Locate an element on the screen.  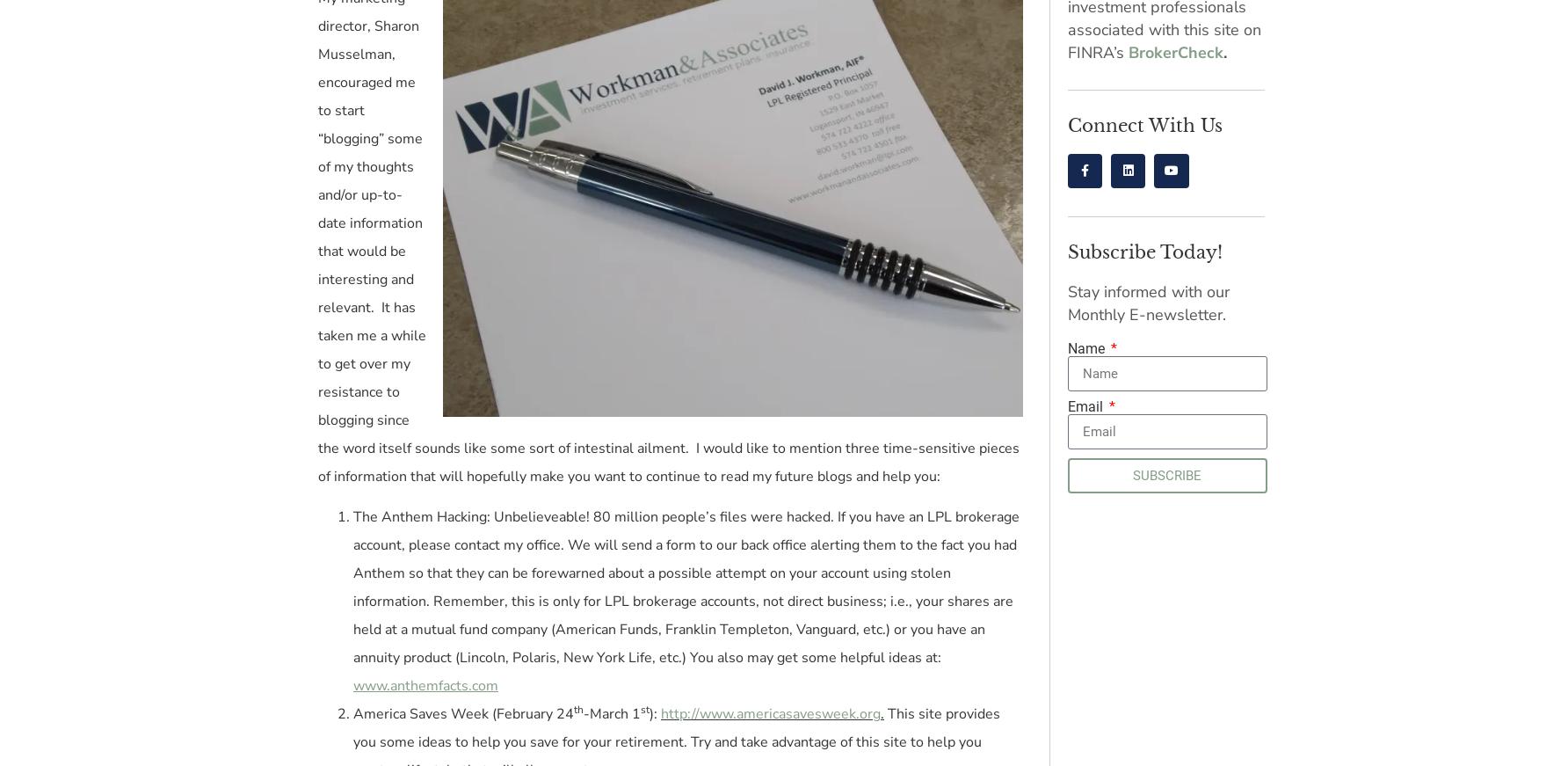
'America Saves Week (February 24' is located at coordinates (463, 714).